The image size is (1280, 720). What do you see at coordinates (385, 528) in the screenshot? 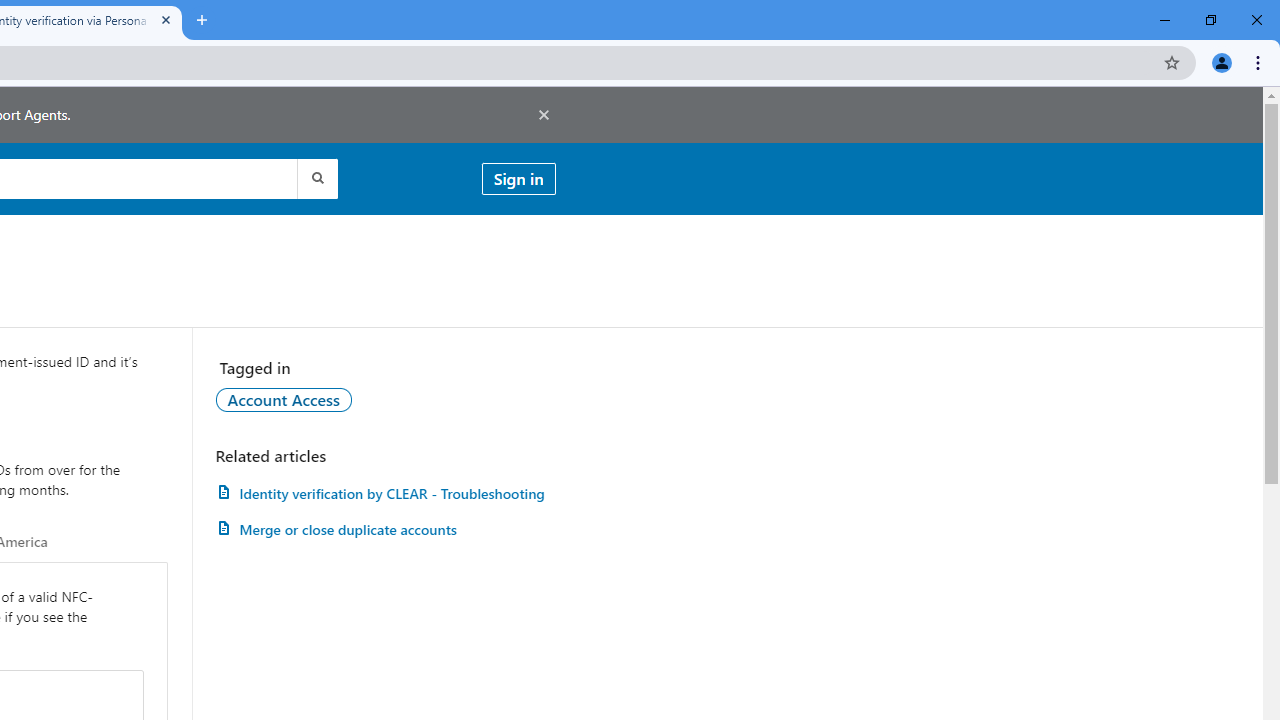
I see `'Merge or close duplicate accounts'` at bounding box center [385, 528].